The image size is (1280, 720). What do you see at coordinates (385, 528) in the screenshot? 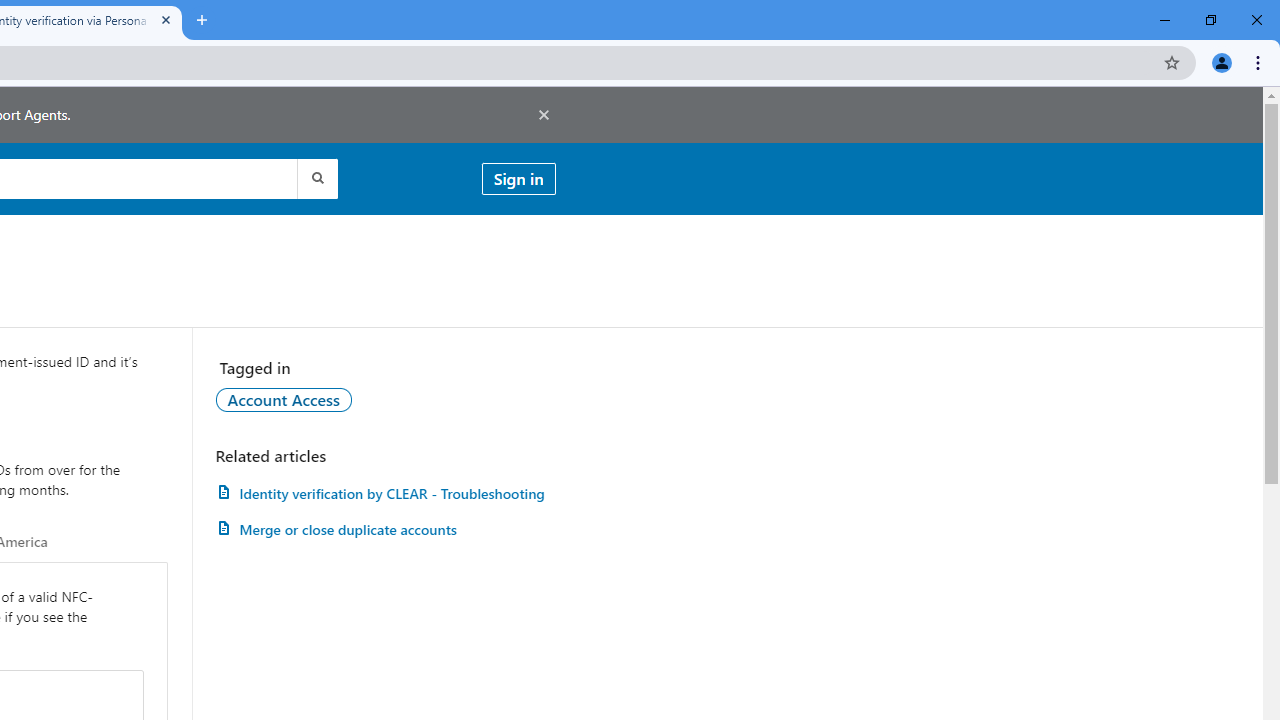
I see `'Merge or close duplicate accounts'` at bounding box center [385, 528].